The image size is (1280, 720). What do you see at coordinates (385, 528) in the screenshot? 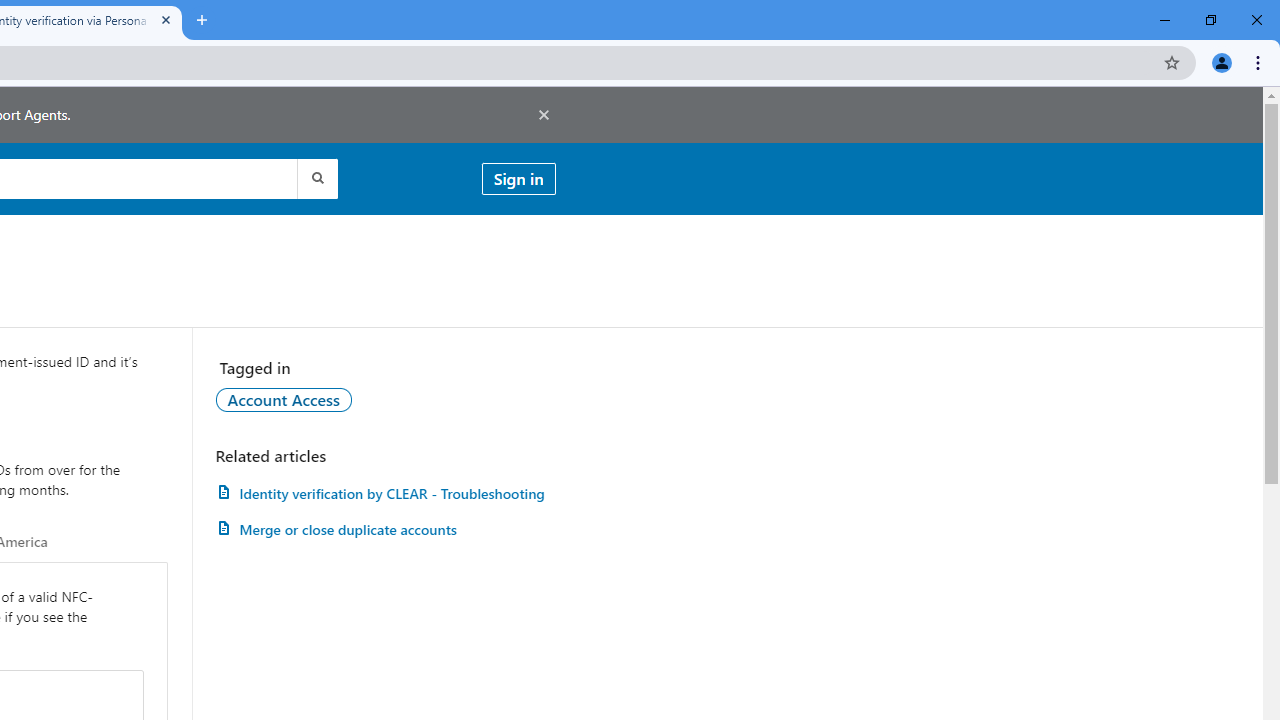
I see `'Merge or close duplicate accounts'` at bounding box center [385, 528].